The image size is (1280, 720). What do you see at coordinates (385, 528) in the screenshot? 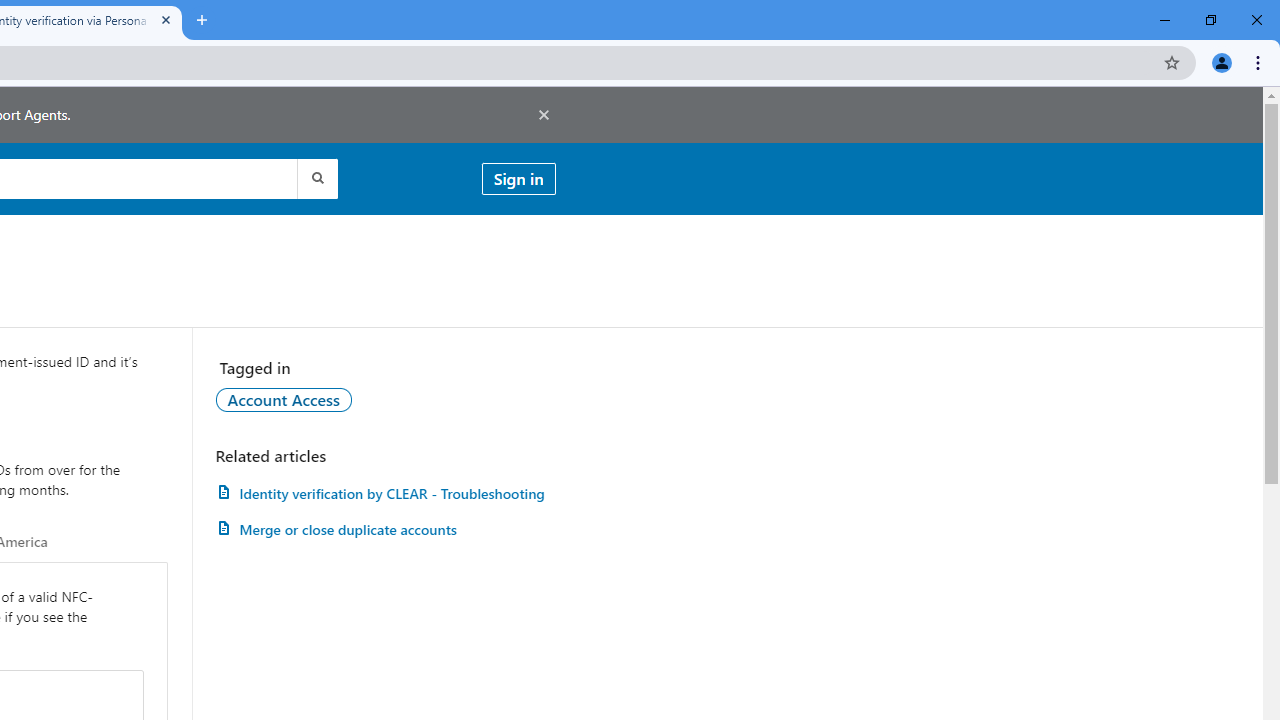
I see `'Merge or close duplicate accounts'` at bounding box center [385, 528].